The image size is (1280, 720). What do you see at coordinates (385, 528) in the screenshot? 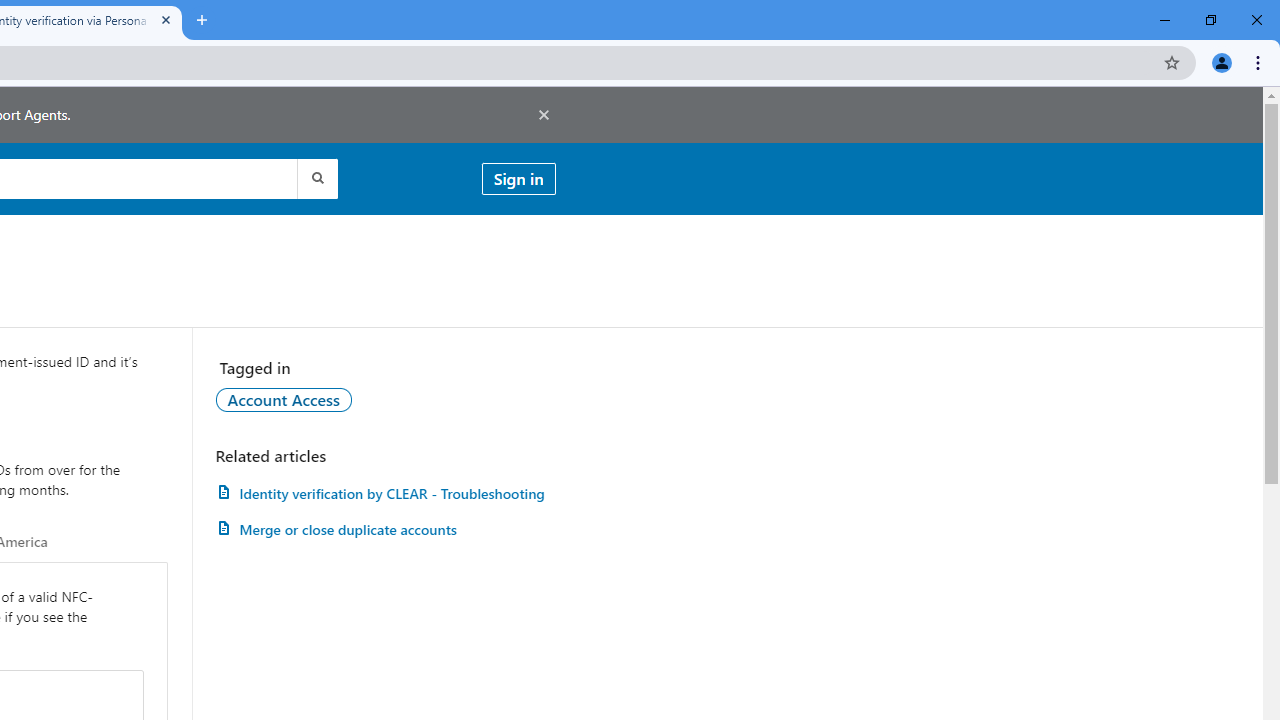
I see `'Merge or close duplicate accounts'` at bounding box center [385, 528].